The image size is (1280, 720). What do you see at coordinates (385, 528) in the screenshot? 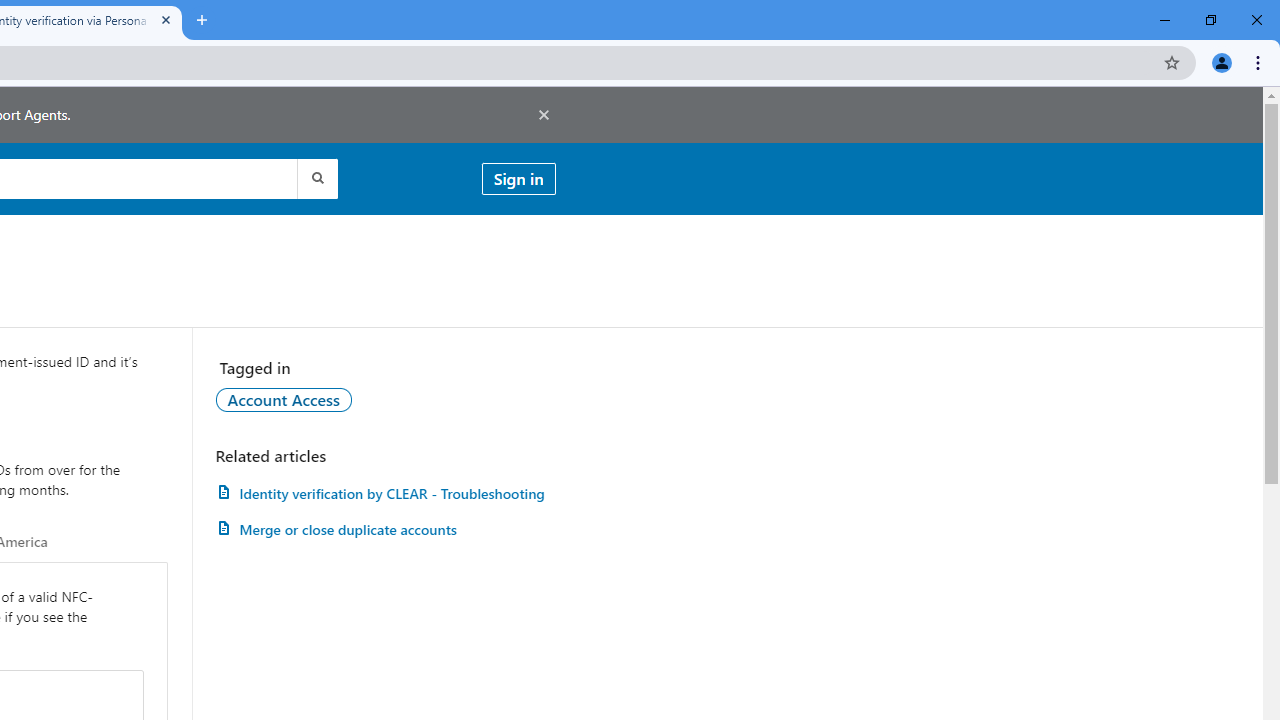
I see `'Merge or close duplicate accounts'` at bounding box center [385, 528].